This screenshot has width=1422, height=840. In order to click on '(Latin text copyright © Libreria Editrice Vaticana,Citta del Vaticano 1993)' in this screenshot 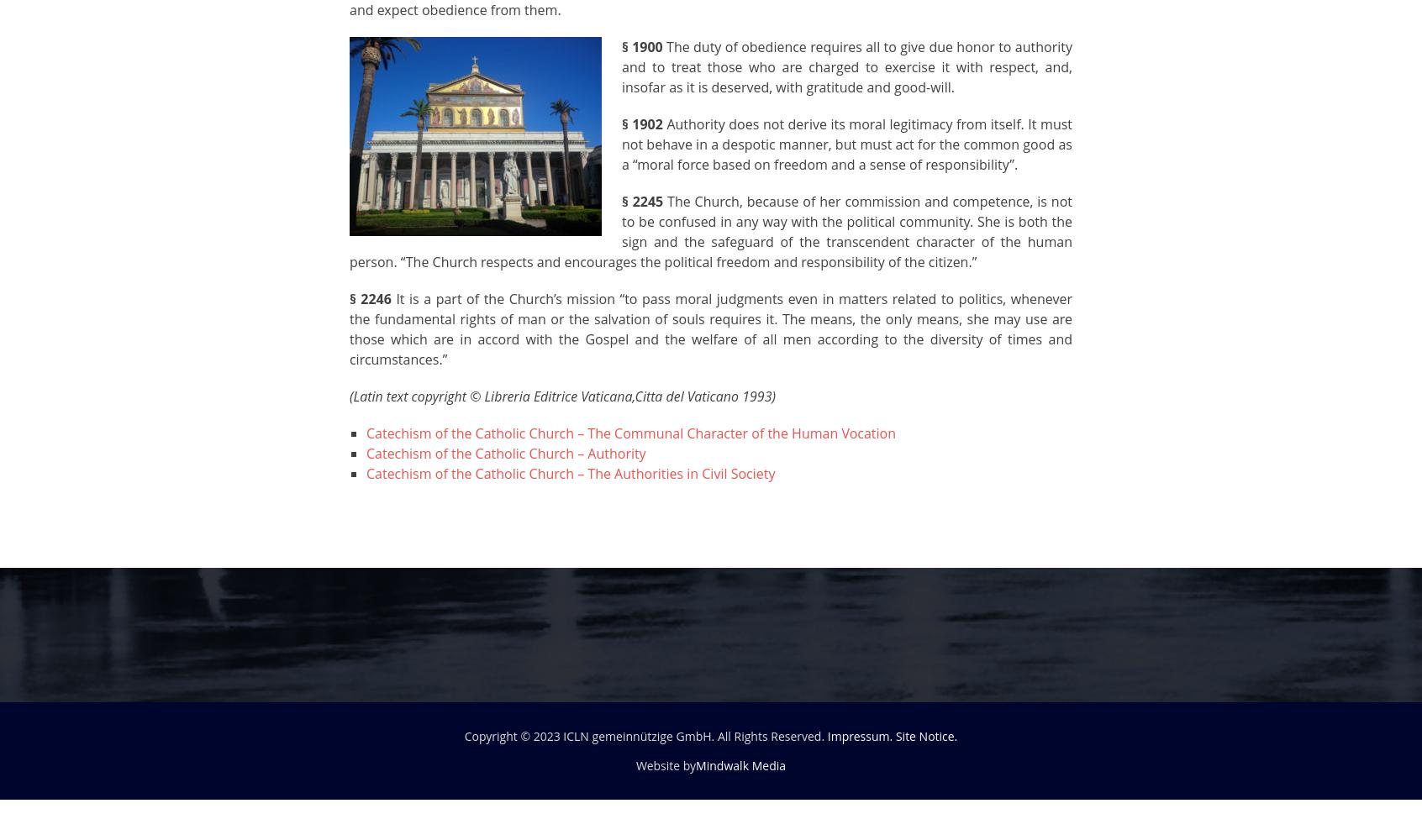, I will do `click(562, 396)`.